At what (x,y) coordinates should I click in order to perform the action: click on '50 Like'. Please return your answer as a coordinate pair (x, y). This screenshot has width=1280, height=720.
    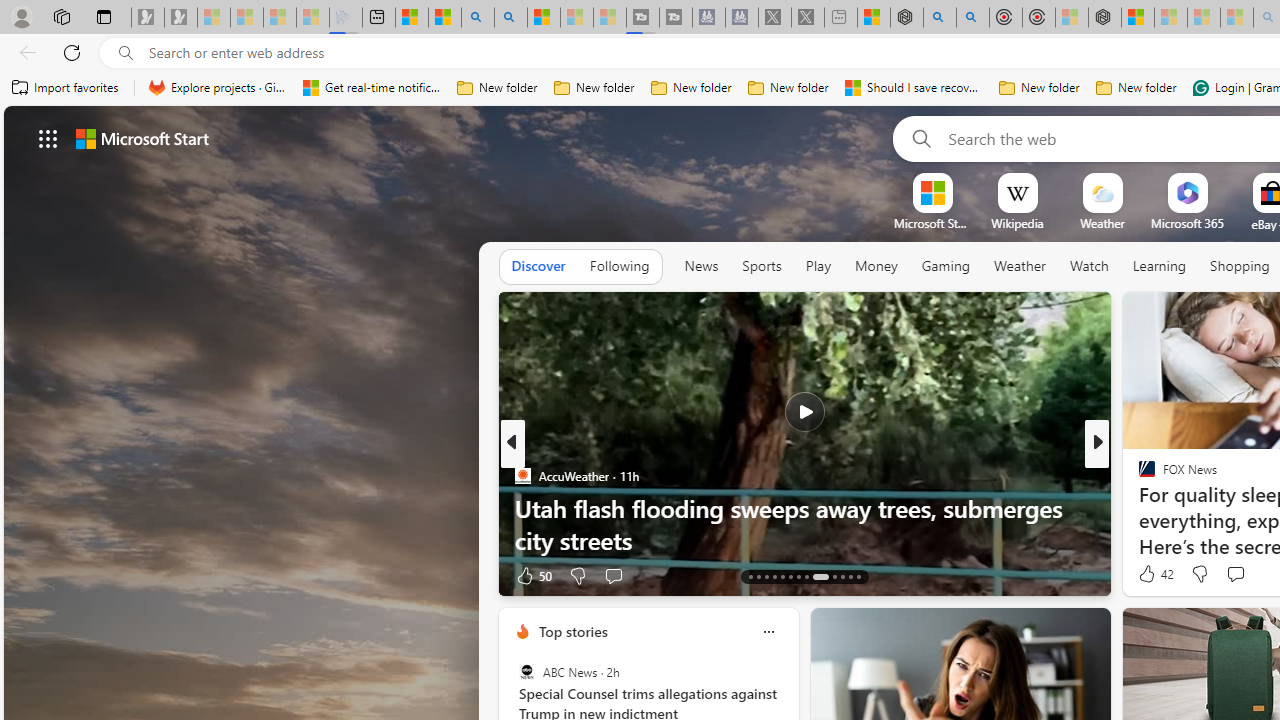
    Looking at the image, I should click on (533, 575).